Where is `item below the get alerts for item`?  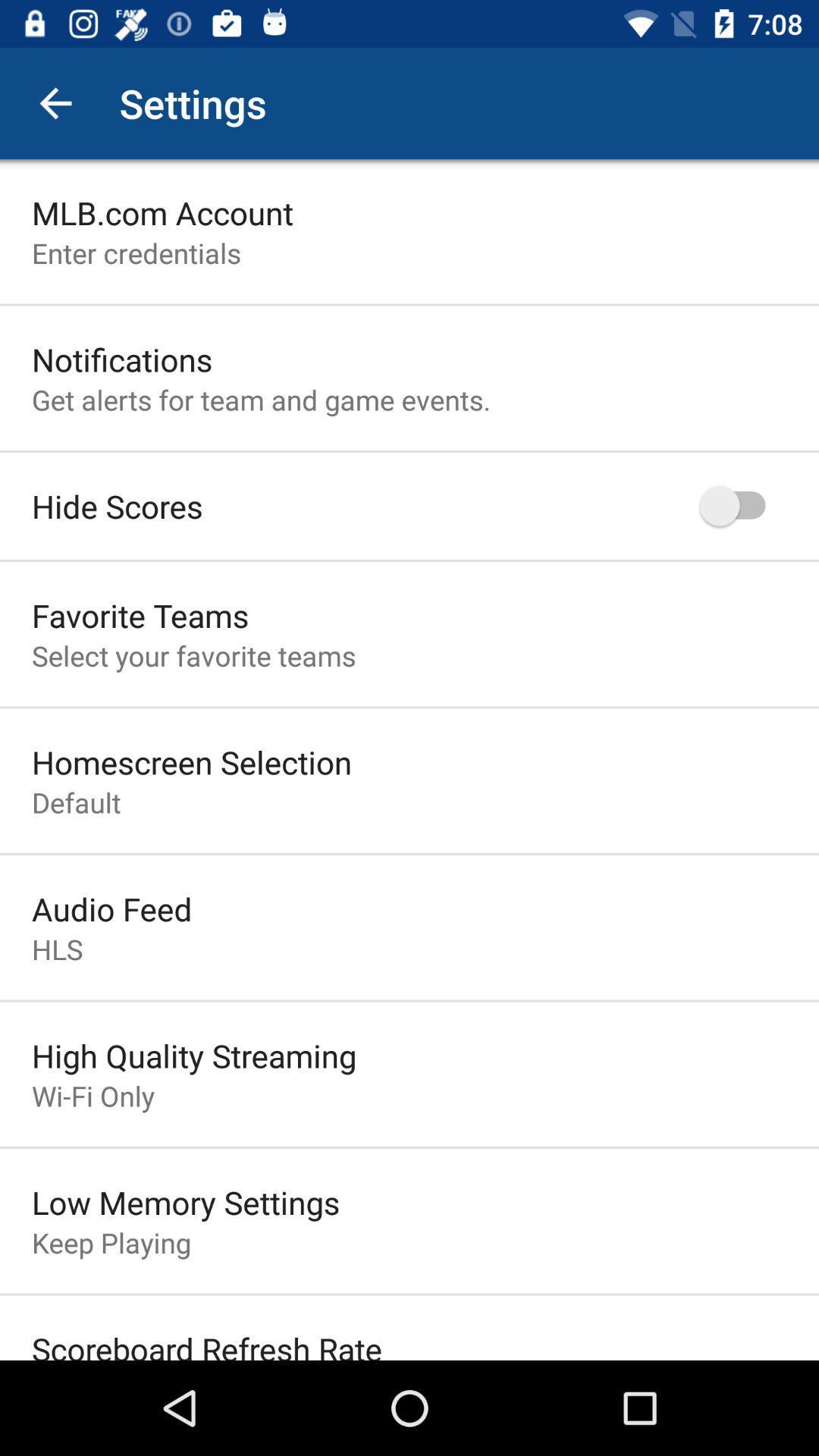
item below the get alerts for item is located at coordinates (116, 506).